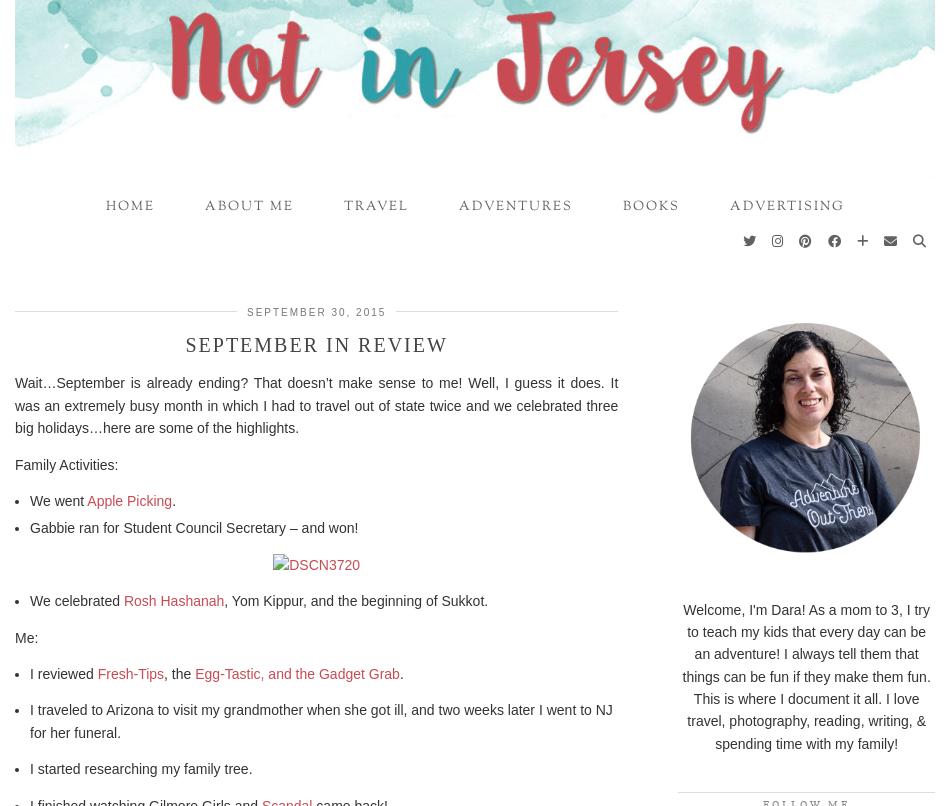 The height and width of the screenshot is (806, 950). I want to click on 'We celebrated', so click(76, 601).